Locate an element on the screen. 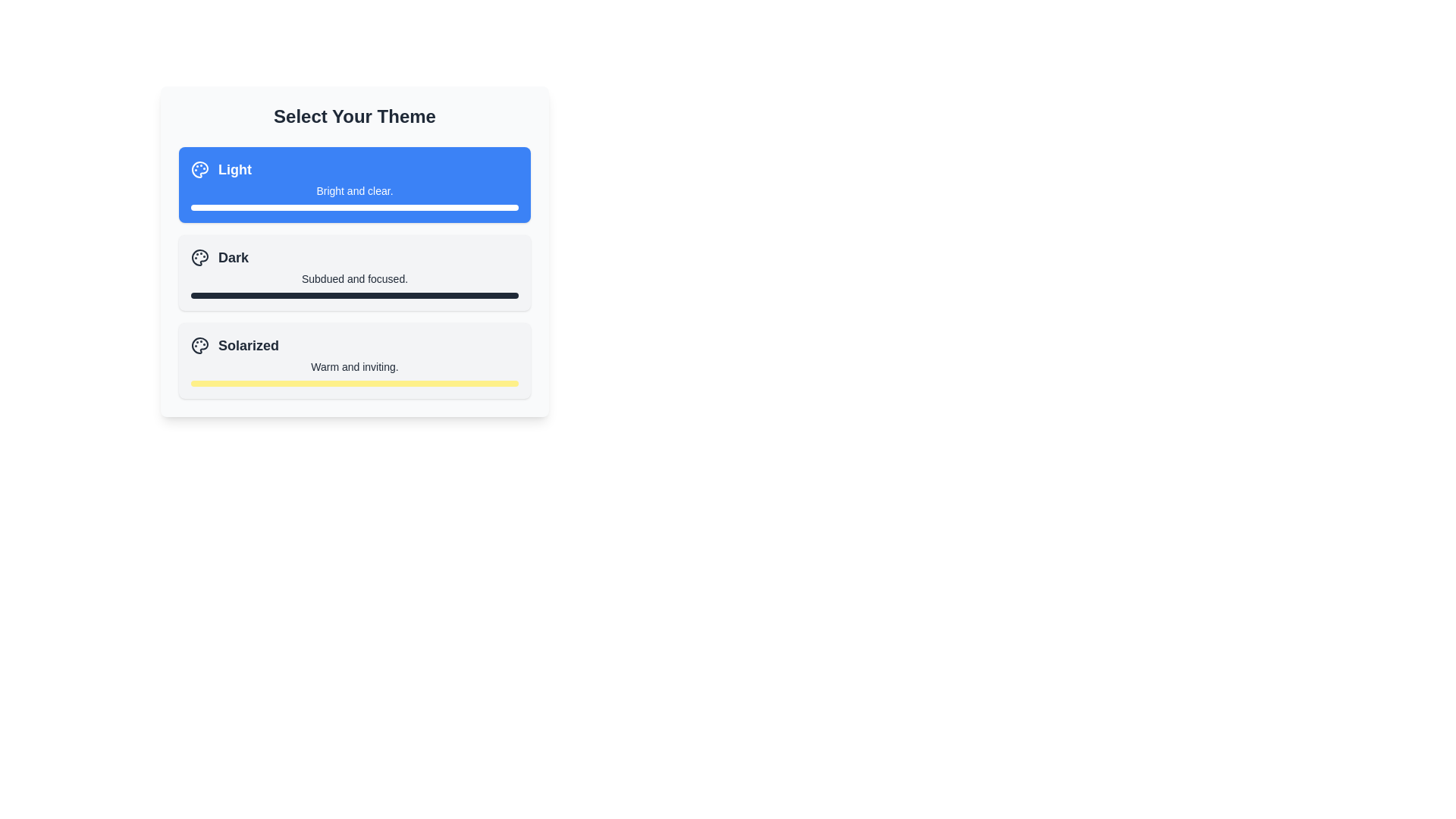 This screenshot has width=1456, height=819. the first selectable card with a blue background and the text 'Light' in bold is located at coordinates (353, 184).